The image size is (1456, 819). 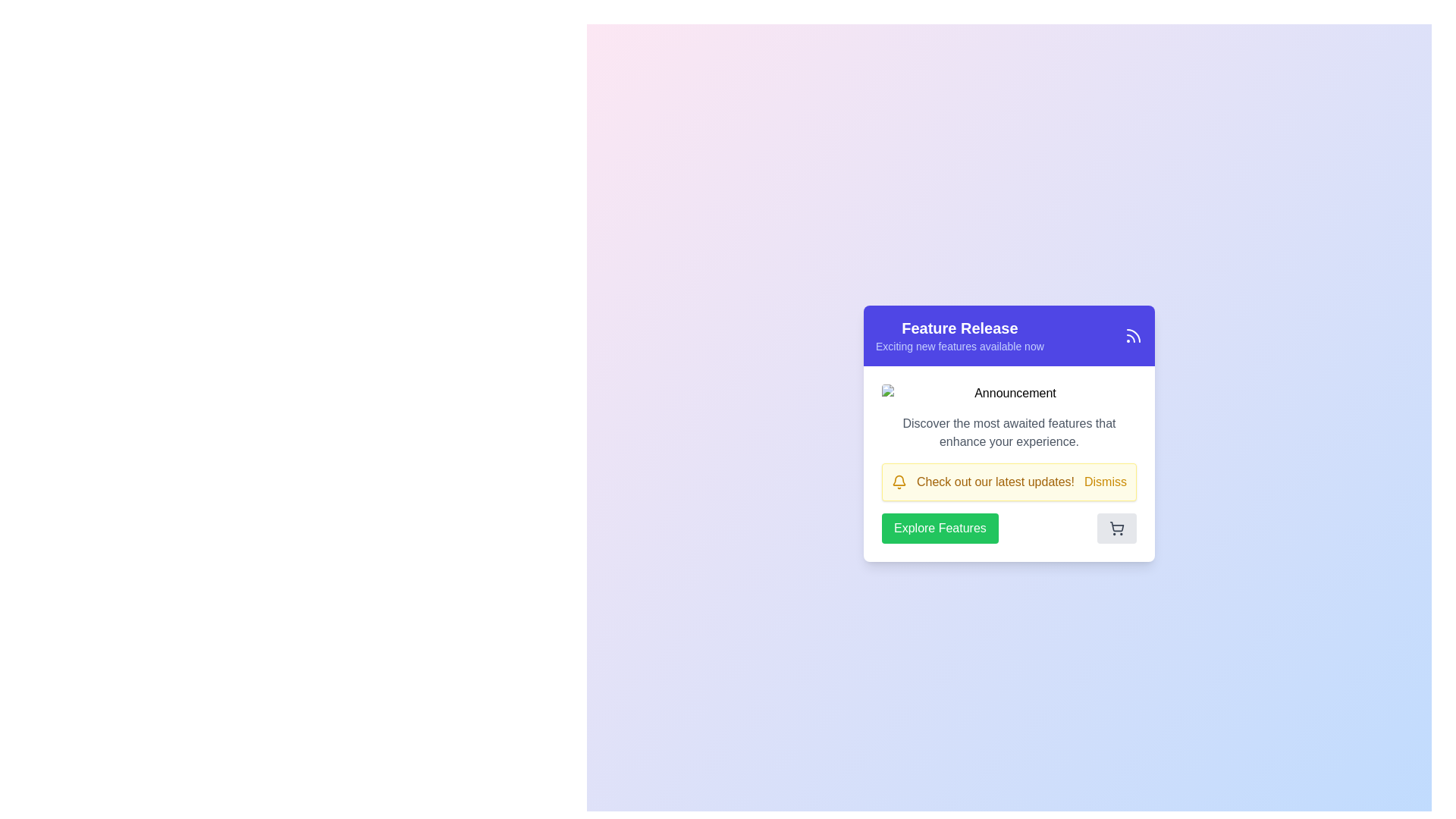 What do you see at coordinates (1133, 335) in the screenshot?
I see `the RSS feed icon located at the top-right corner of the feature release announcement card` at bounding box center [1133, 335].